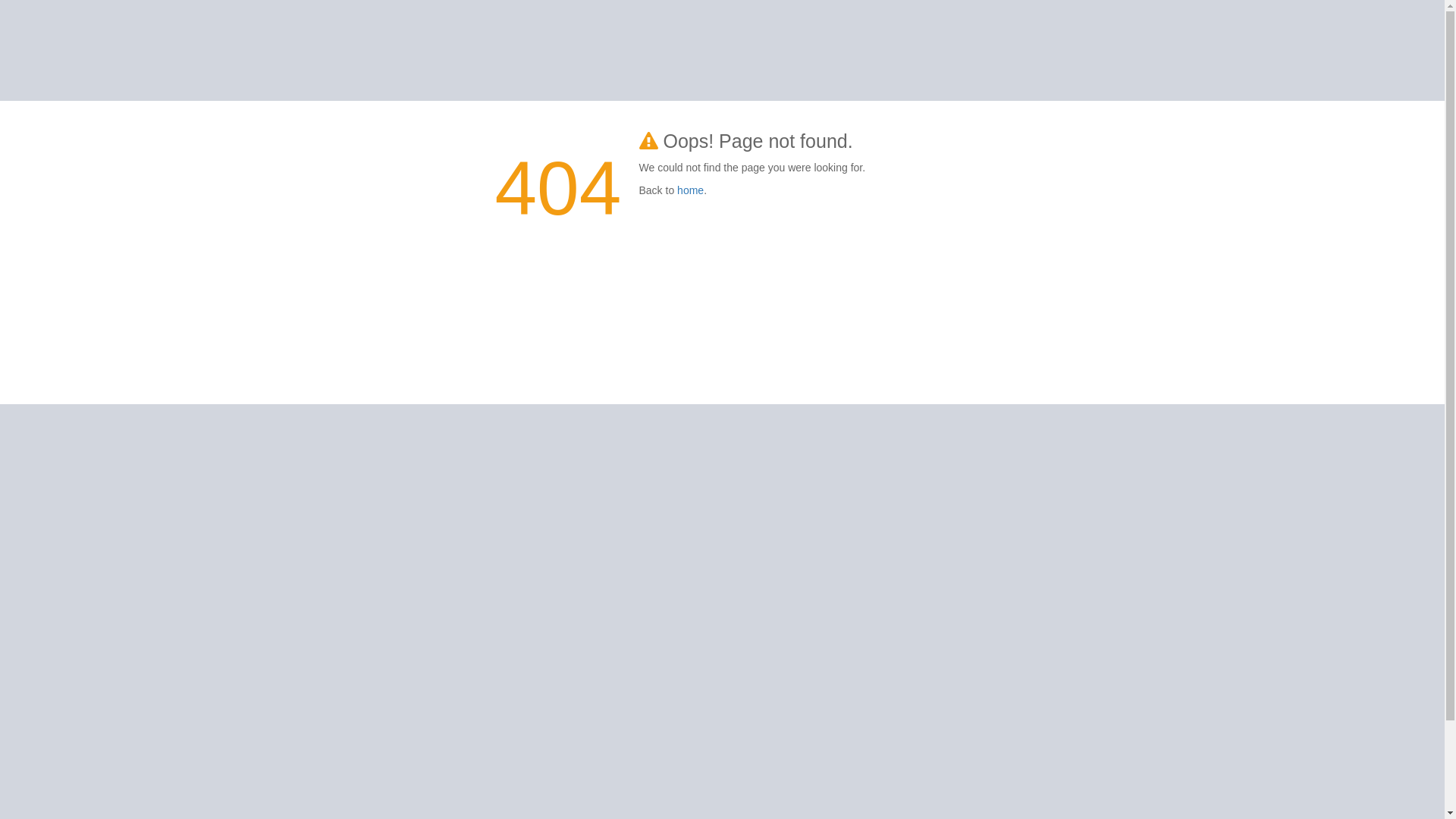 This screenshot has height=819, width=1456. I want to click on 'home', so click(689, 189).